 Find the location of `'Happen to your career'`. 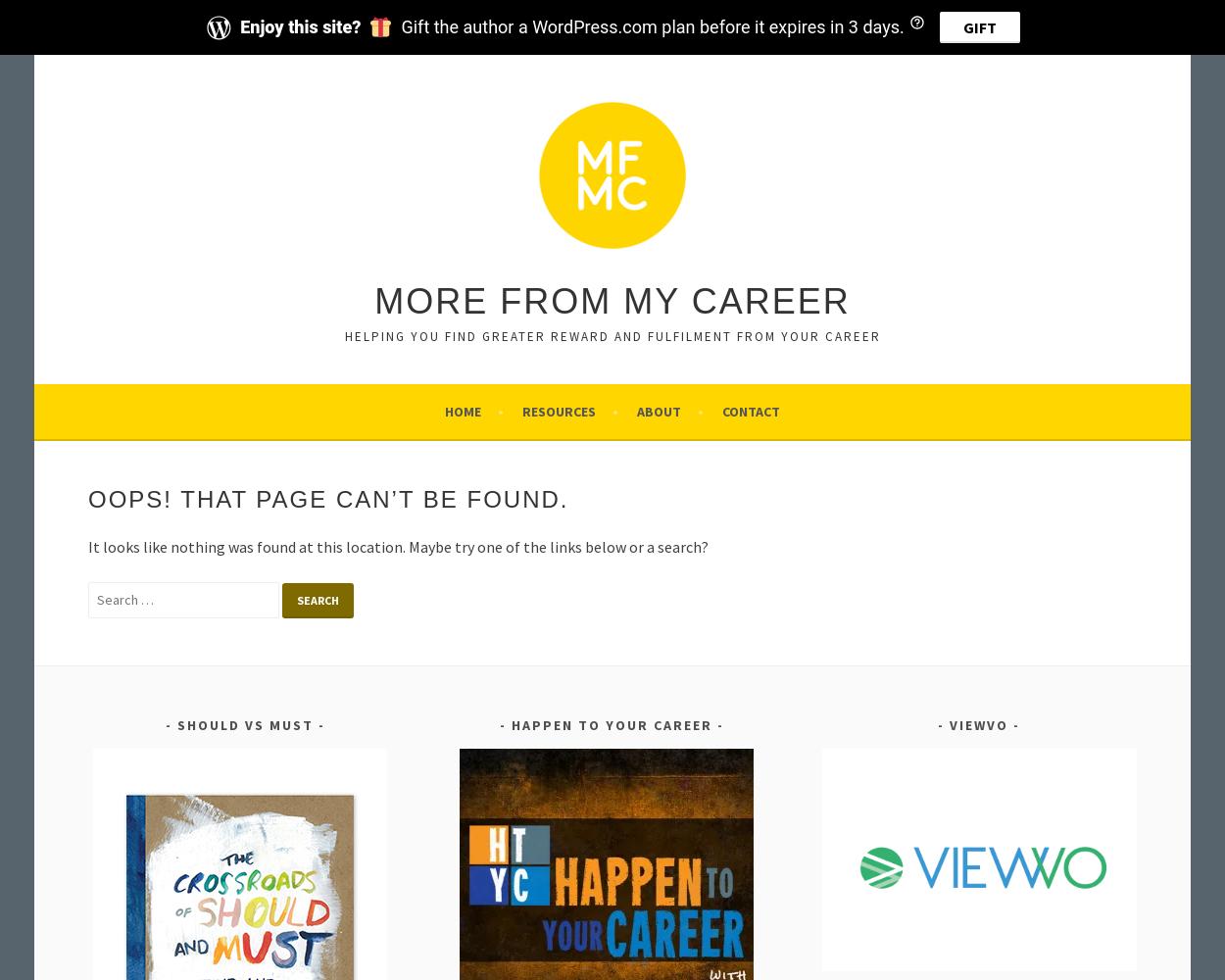

'Happen to your career' is located at coordinates (512, 724).